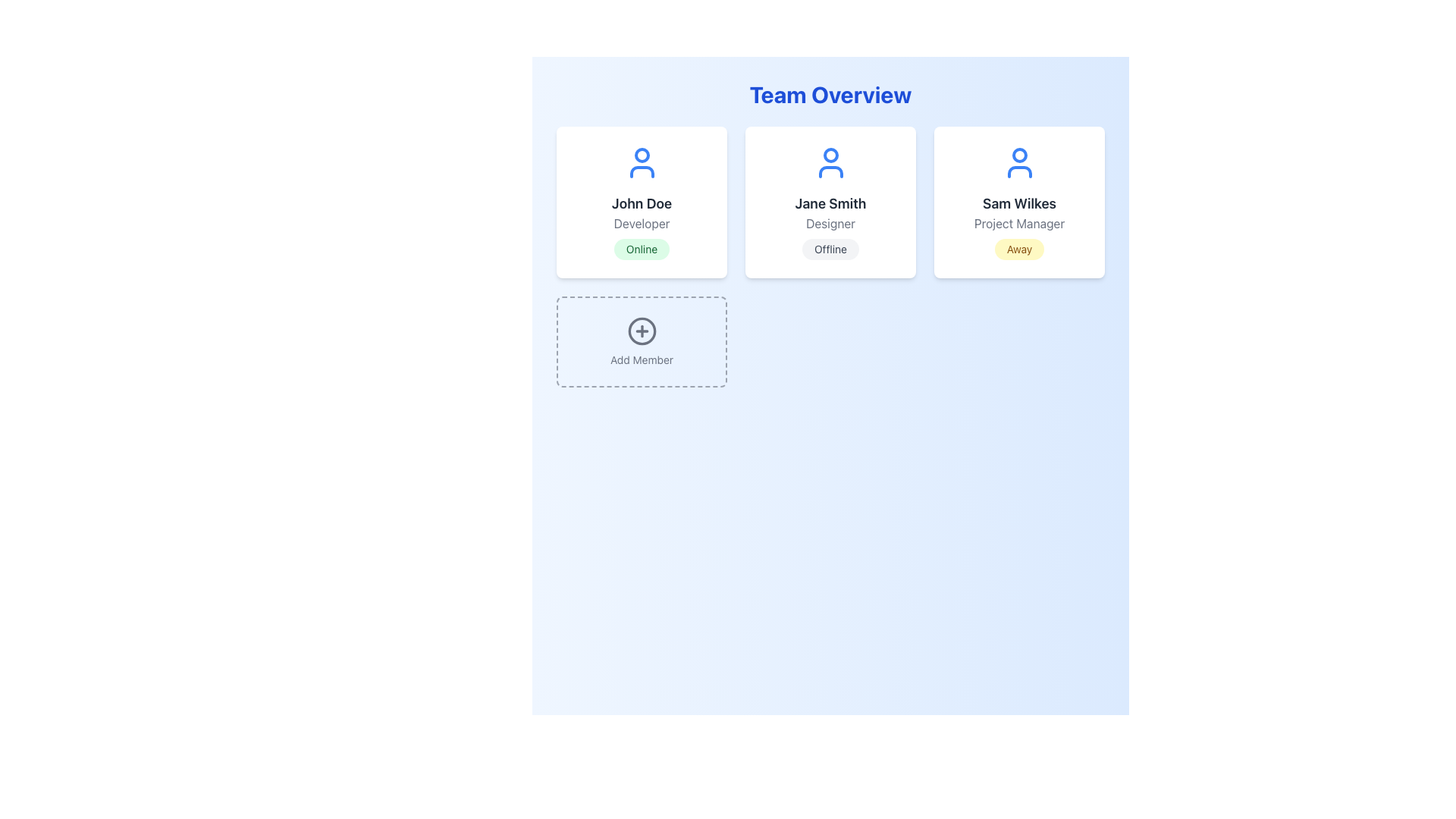 This screenshot has height=819, width=1456. What do you see at coordinates (1019, 155) in the screenshot?
I see `the small blue circular decorative element within the user profile icon for 'Sam Wilkes', located at the upper section of the icon` at bounding box center [1019, 155].